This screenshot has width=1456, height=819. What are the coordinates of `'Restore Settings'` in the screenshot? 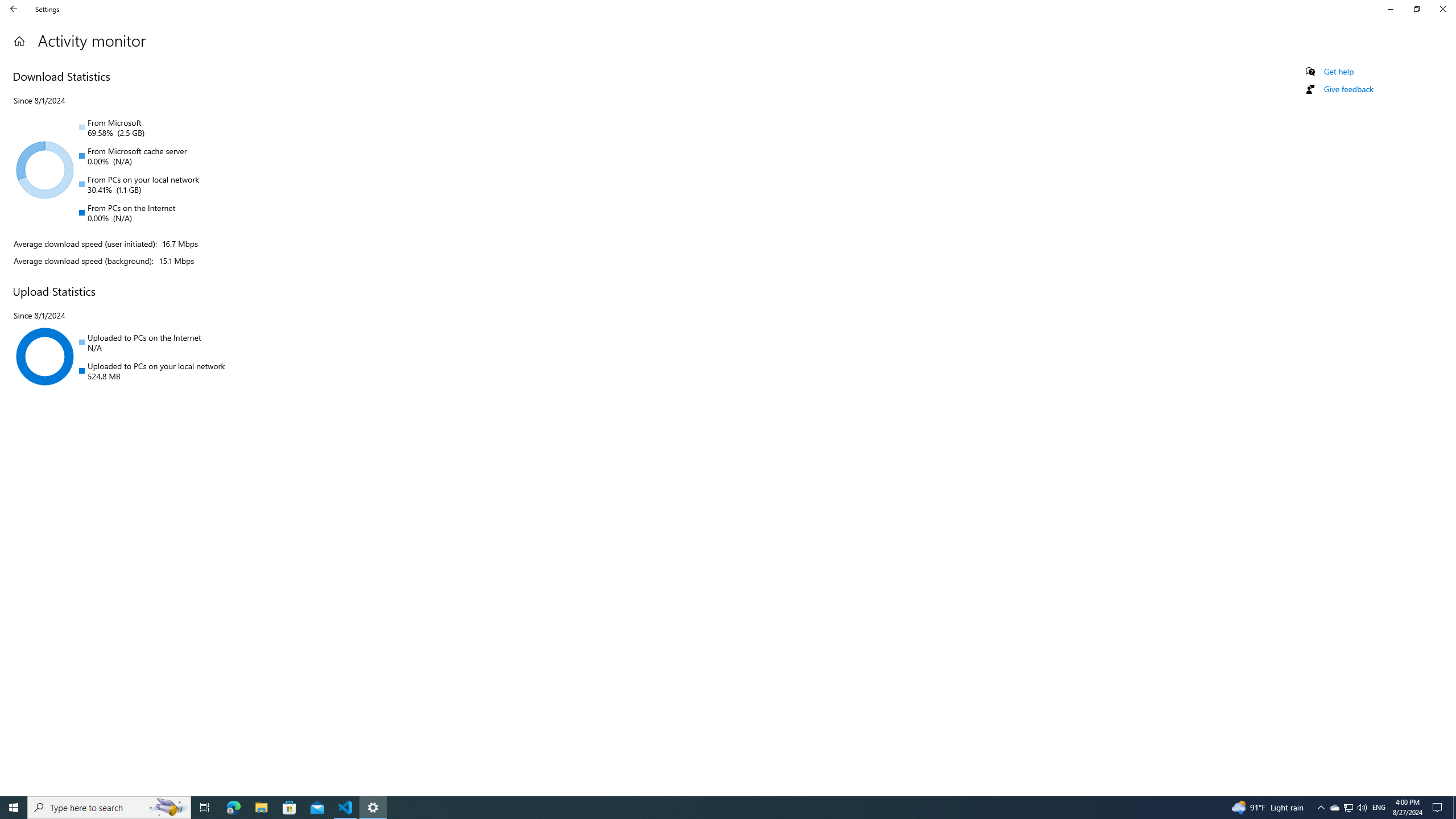 It's located at (1416, 9).